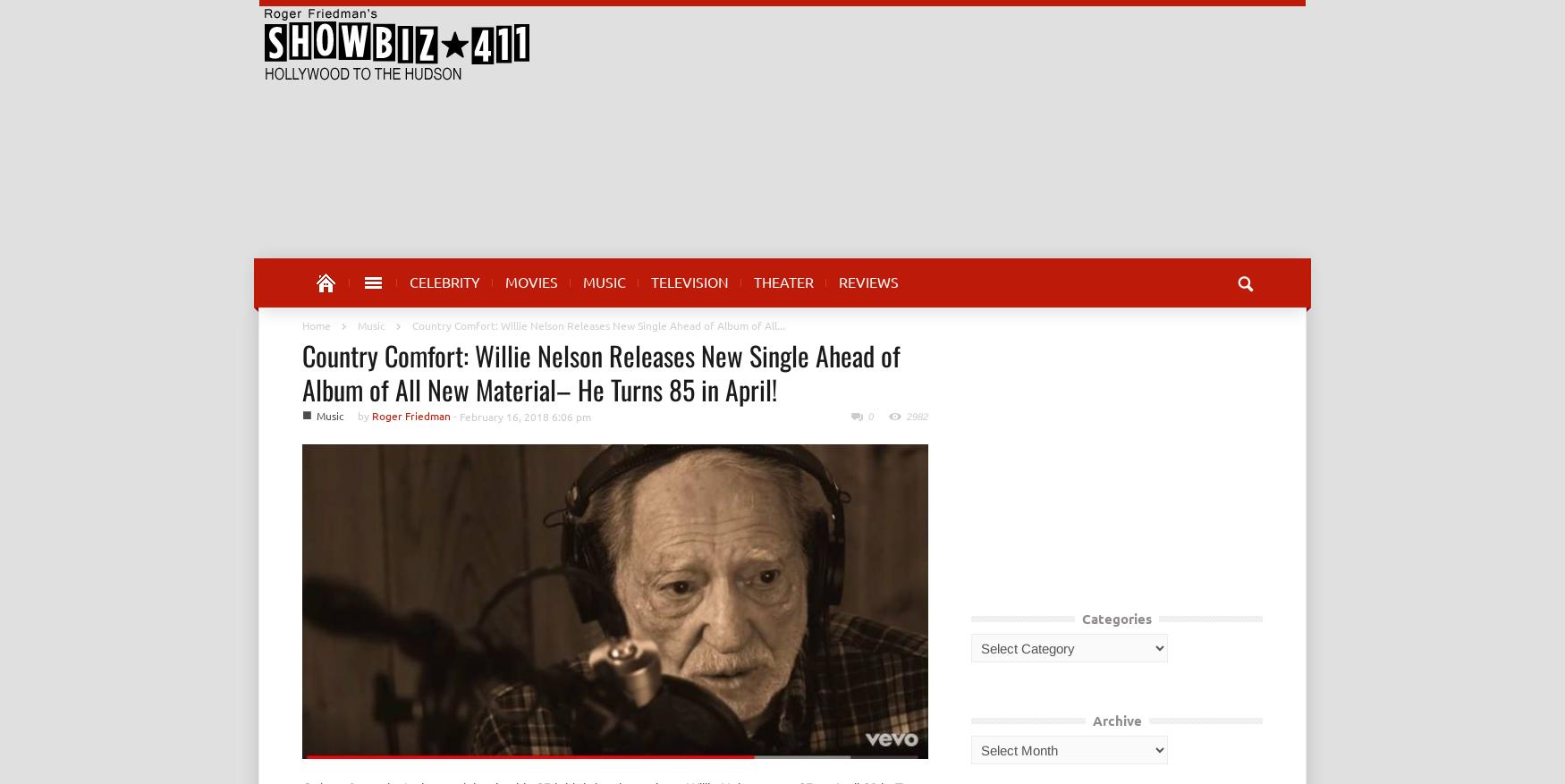 Image resolution: width=1565 pixels, height=784 pixels. I want to click on '2982', so click(915, 417).